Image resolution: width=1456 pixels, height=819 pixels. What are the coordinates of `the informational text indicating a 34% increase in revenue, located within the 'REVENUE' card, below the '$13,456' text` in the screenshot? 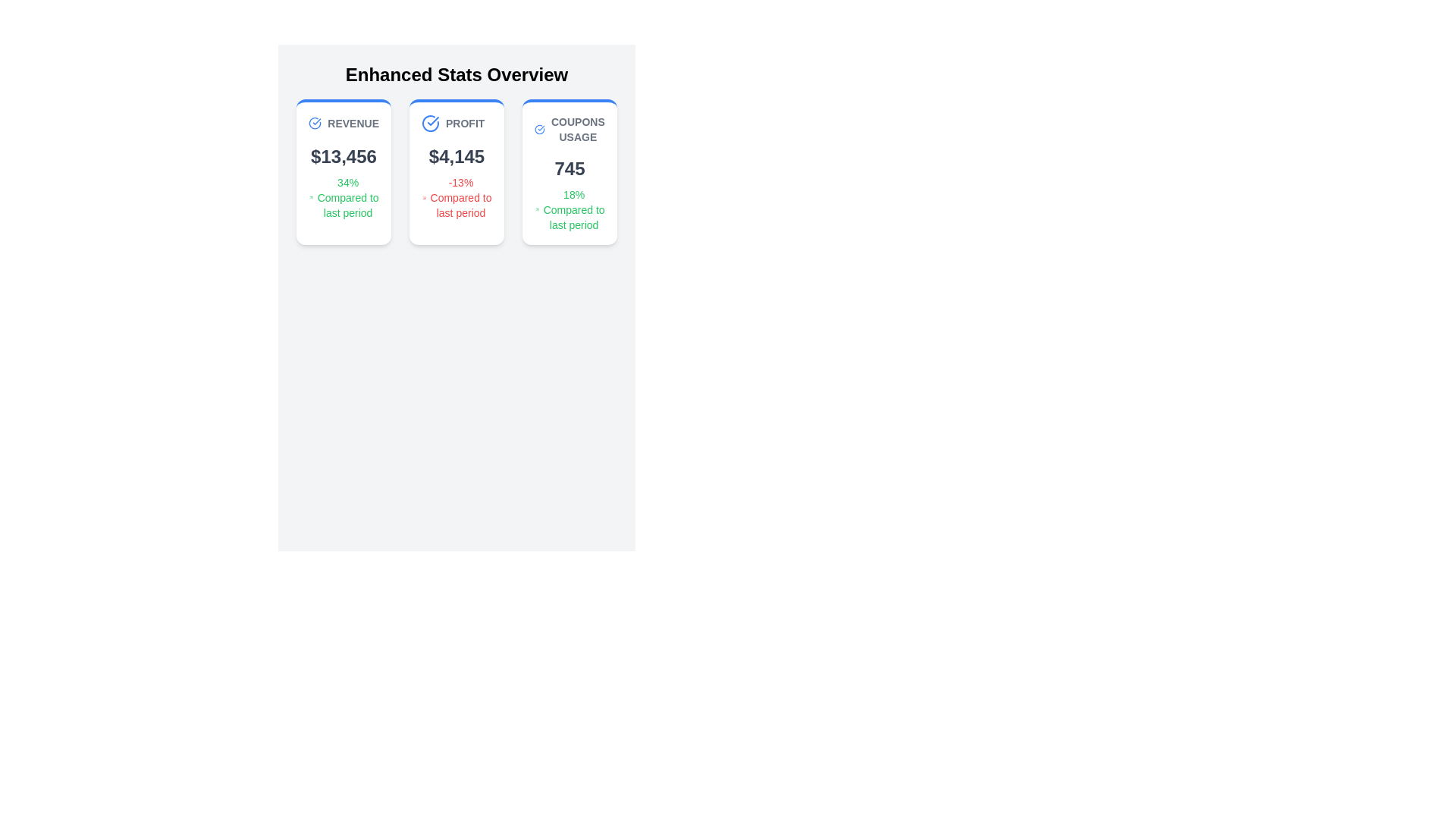 It's located at (343, 197).